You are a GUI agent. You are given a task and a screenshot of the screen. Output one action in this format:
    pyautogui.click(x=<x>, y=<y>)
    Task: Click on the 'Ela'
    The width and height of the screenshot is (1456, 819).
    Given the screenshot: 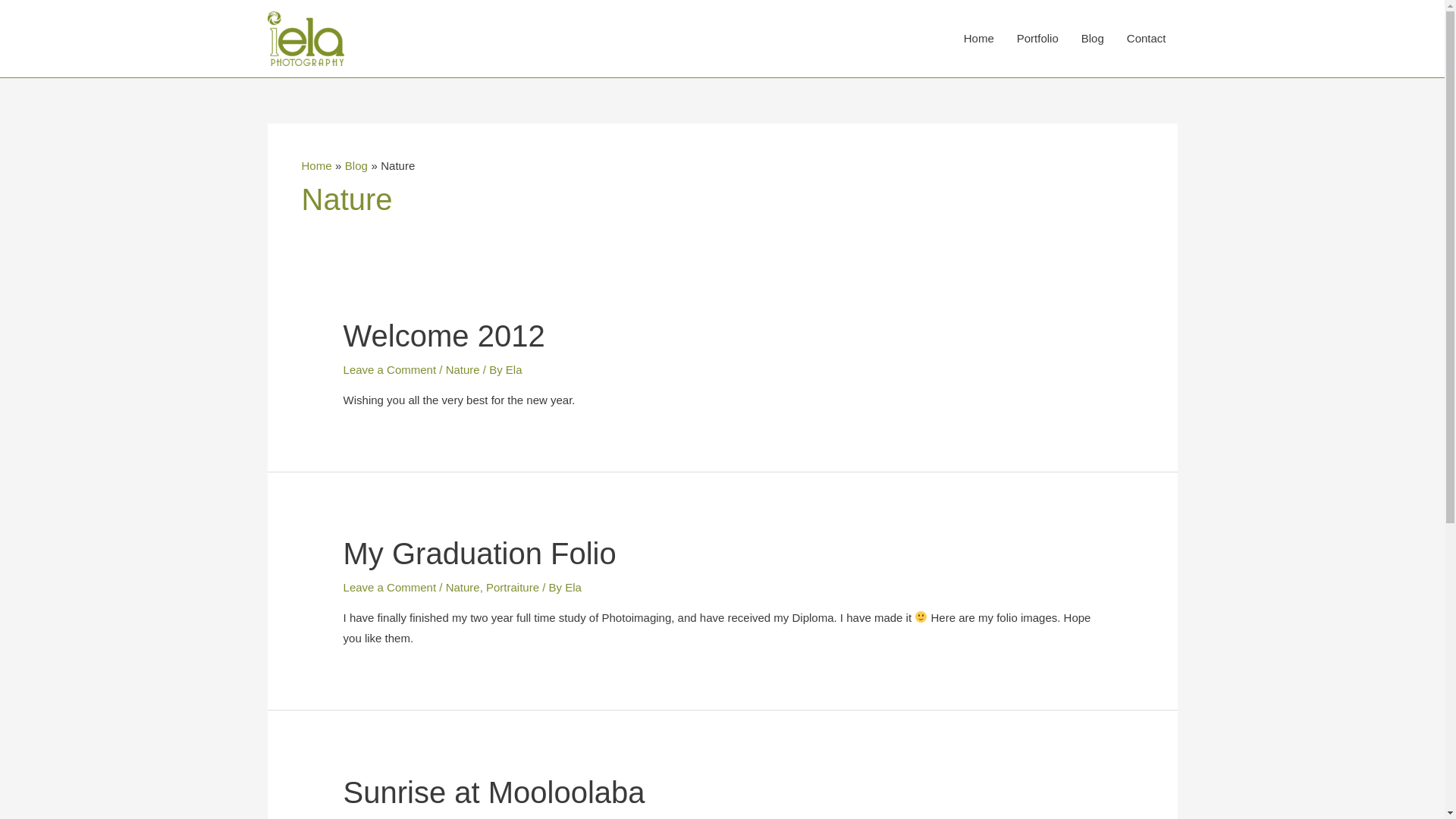 What is the action you would take?
    pyautogui.click(x=572, y=586)
    